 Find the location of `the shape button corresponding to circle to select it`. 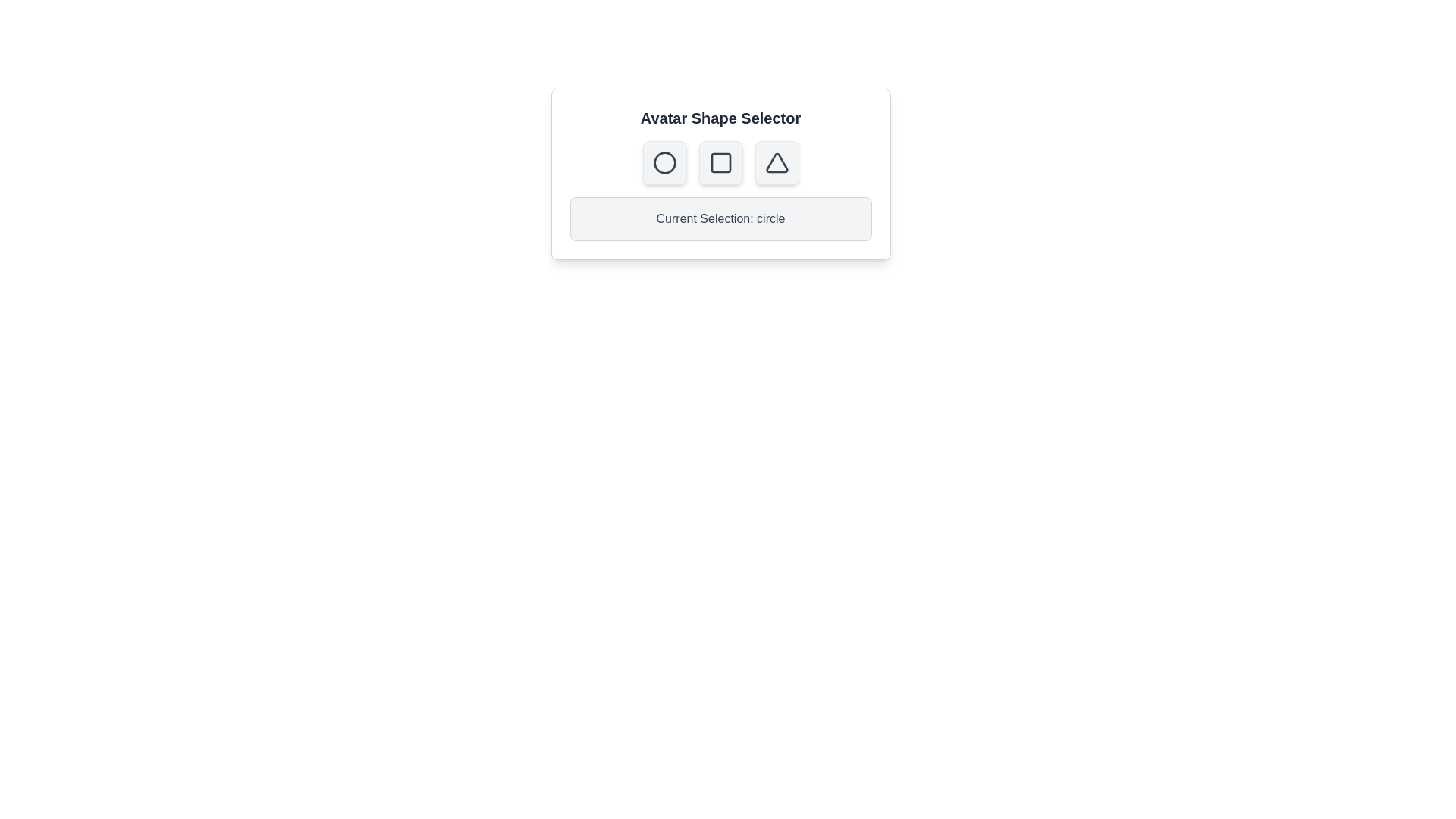

the shape button corresponding to circle to select it is located at coordinates (664, 163).